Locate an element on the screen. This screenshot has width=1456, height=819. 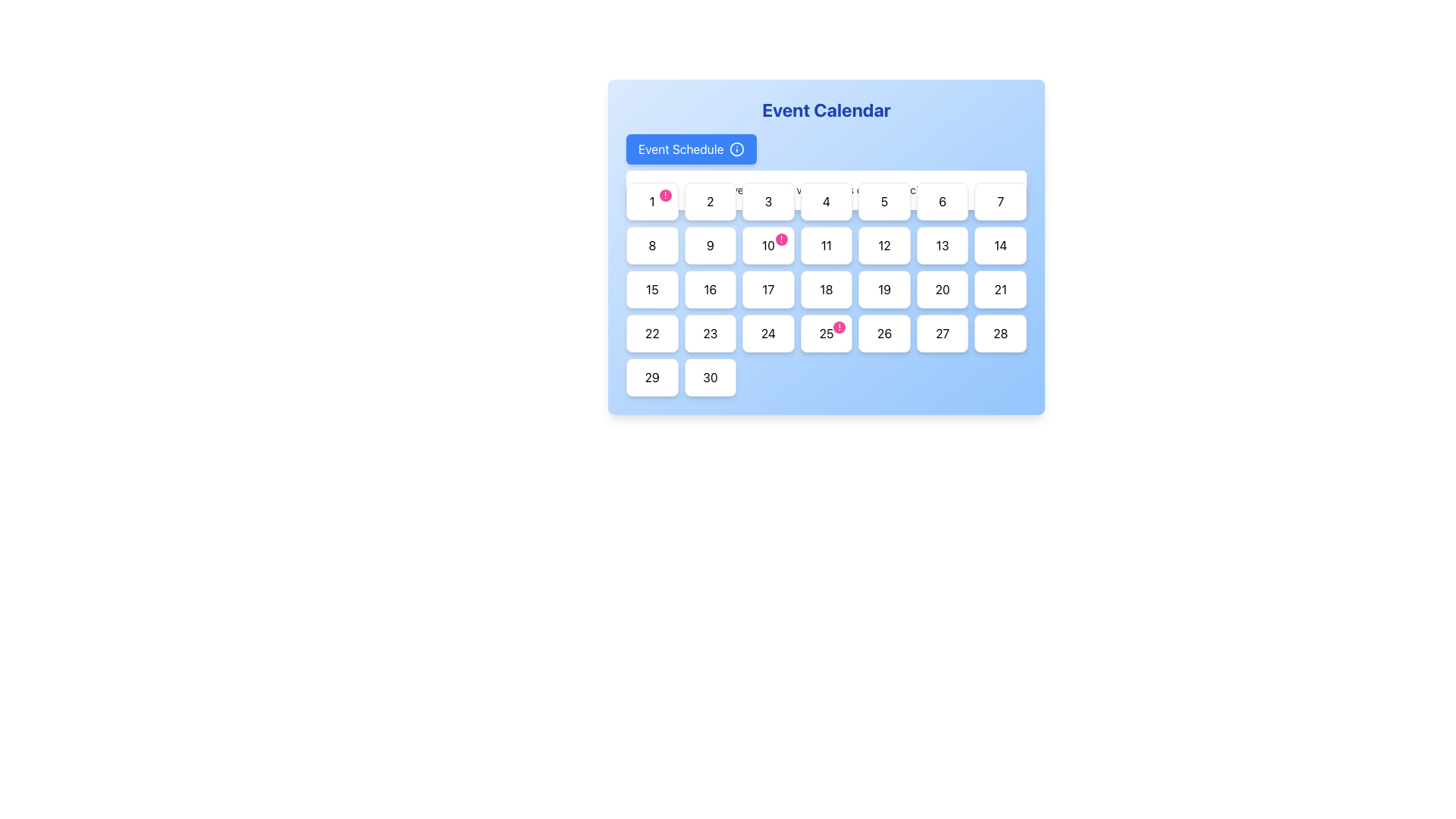
the button labeled '4' located in the first row and fourth column of a seven-column grid within a calendar UI is located at coordinates (825, 201).